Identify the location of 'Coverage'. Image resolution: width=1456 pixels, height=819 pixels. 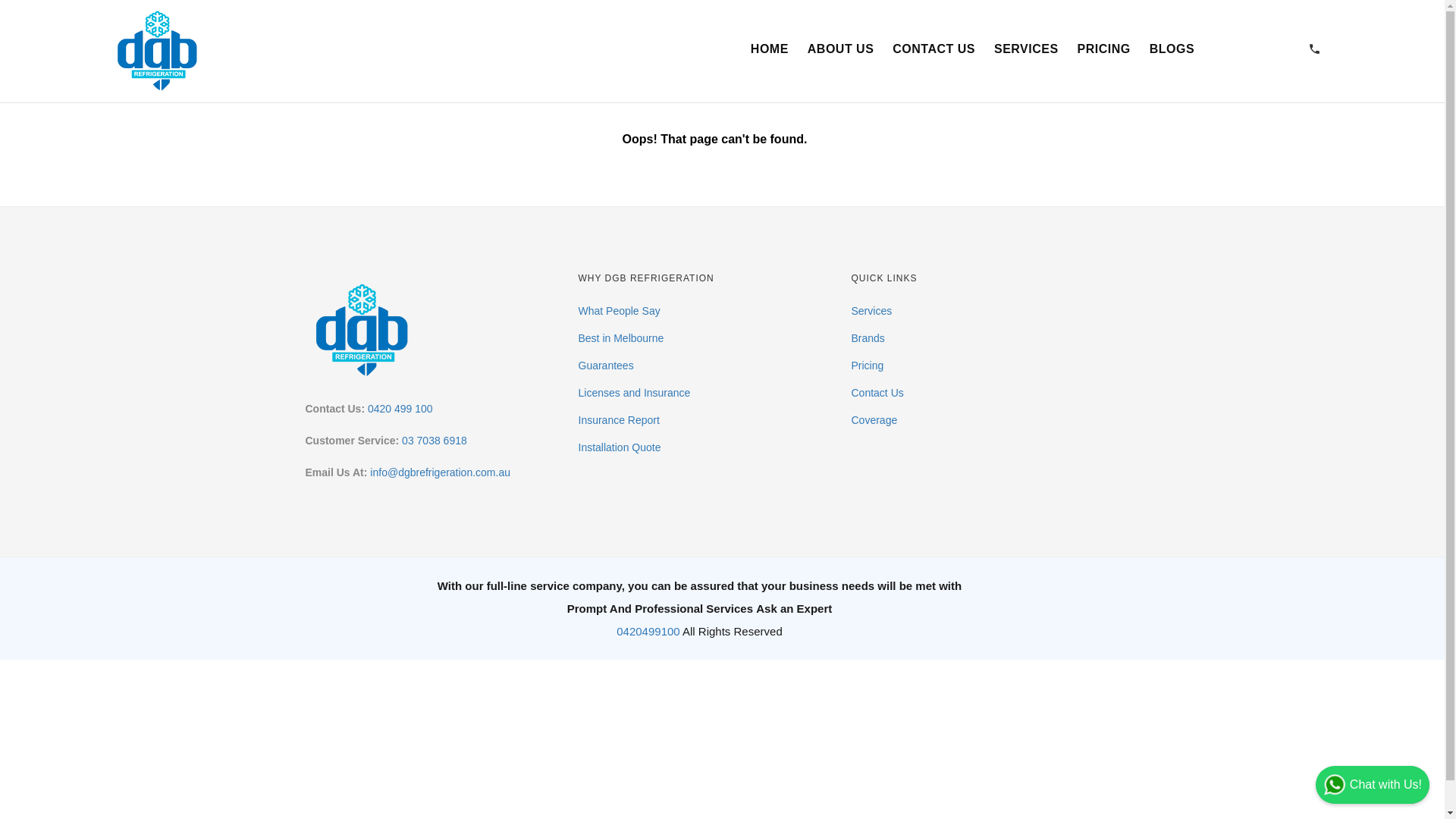
(874, 420).